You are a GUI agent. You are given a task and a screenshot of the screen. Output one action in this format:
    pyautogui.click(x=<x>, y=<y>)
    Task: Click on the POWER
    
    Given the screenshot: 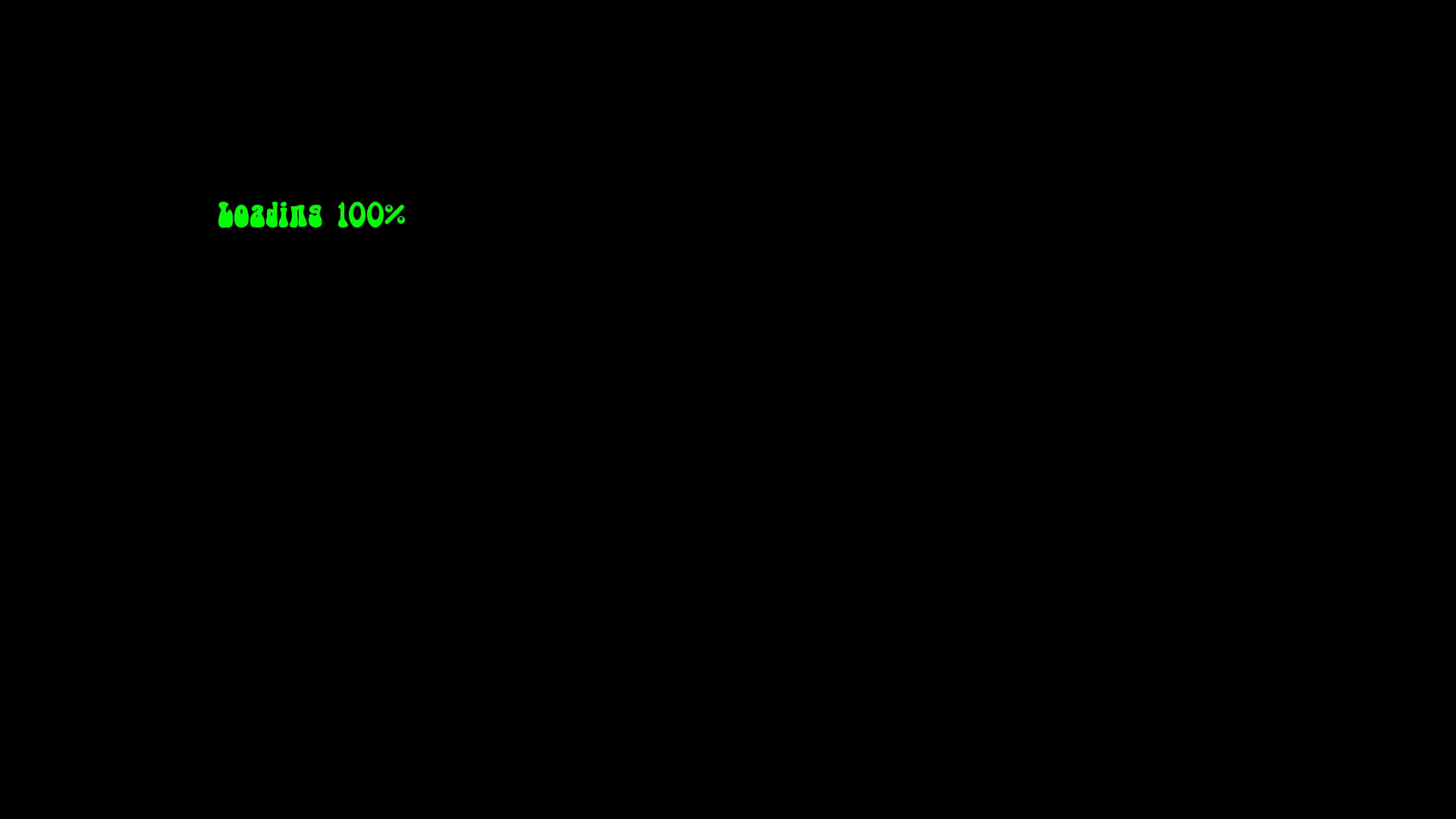 What is the action you would take?
    pyautogui.click(x=501, y=237)
    